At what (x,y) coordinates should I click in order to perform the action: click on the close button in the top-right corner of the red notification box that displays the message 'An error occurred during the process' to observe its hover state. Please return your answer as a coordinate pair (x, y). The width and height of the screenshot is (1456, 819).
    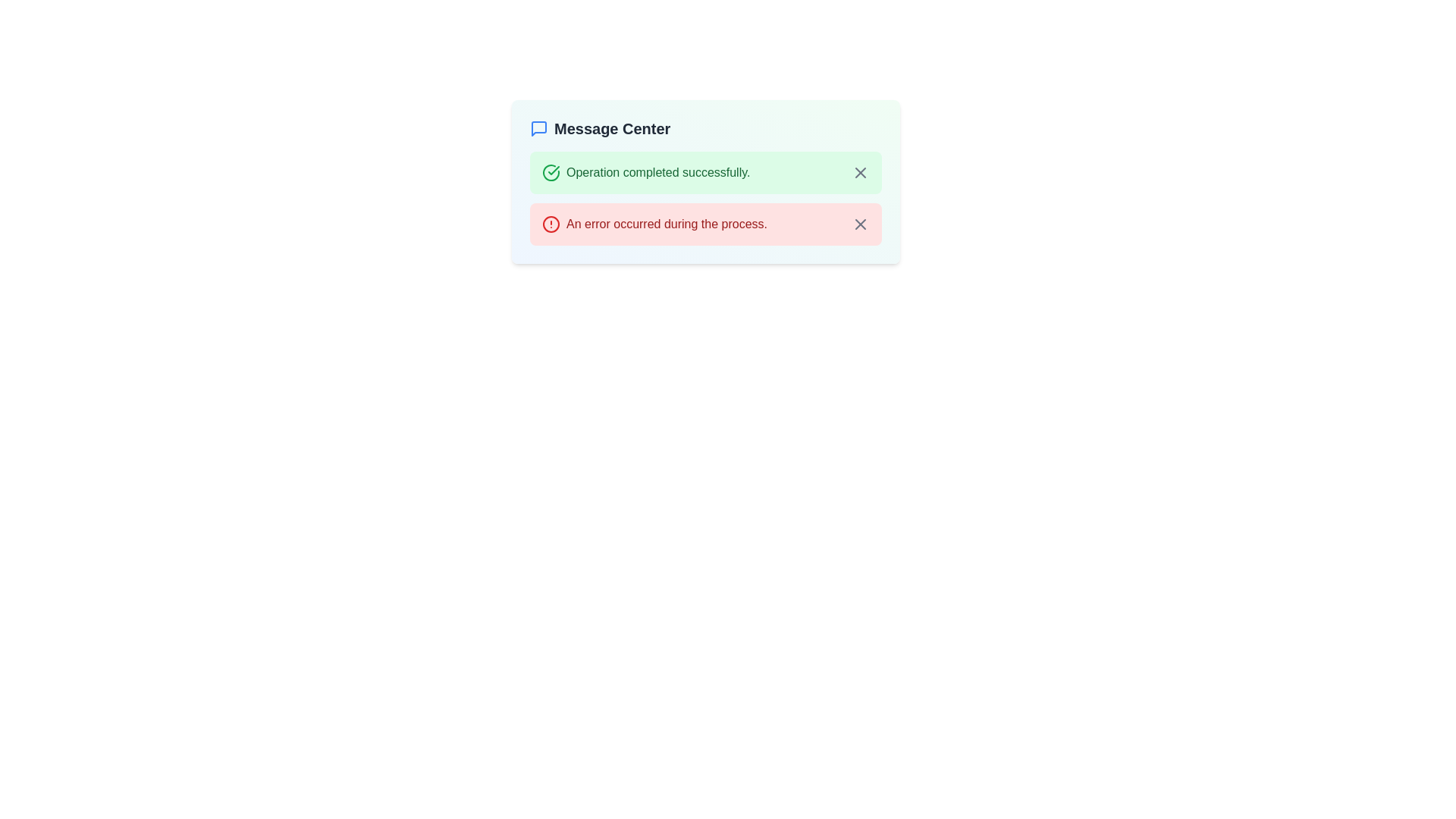
    Looking at the image, I should click on (860, 224).